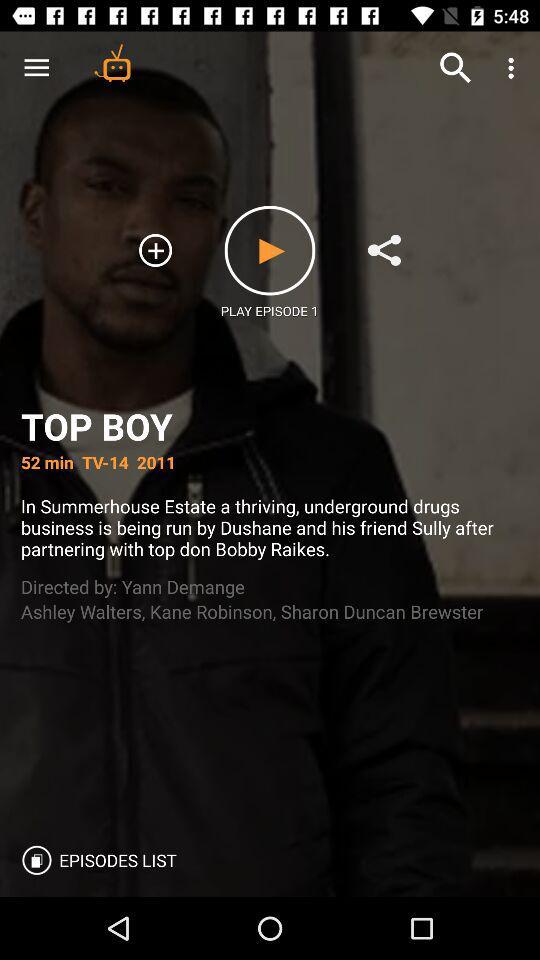  I want to click on to watchlist, so click(154, 249).